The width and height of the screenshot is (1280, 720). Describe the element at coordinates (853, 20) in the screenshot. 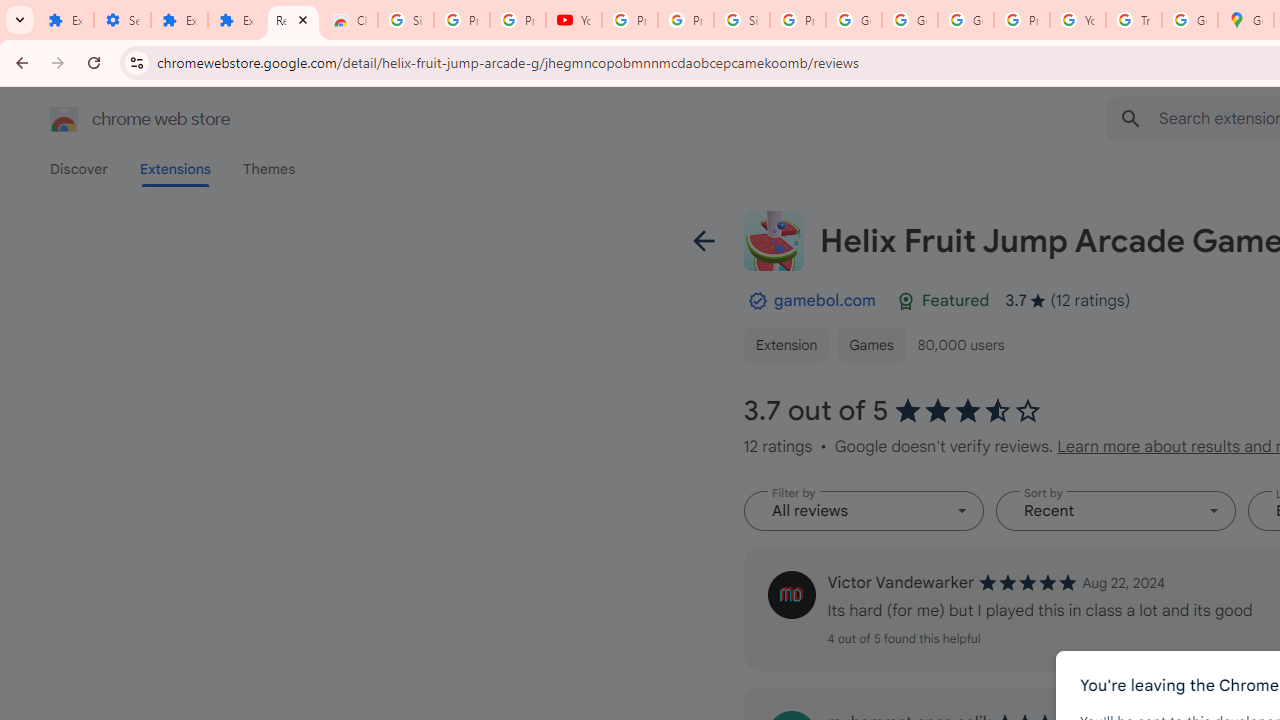

I see `'Google Account'` at that location.